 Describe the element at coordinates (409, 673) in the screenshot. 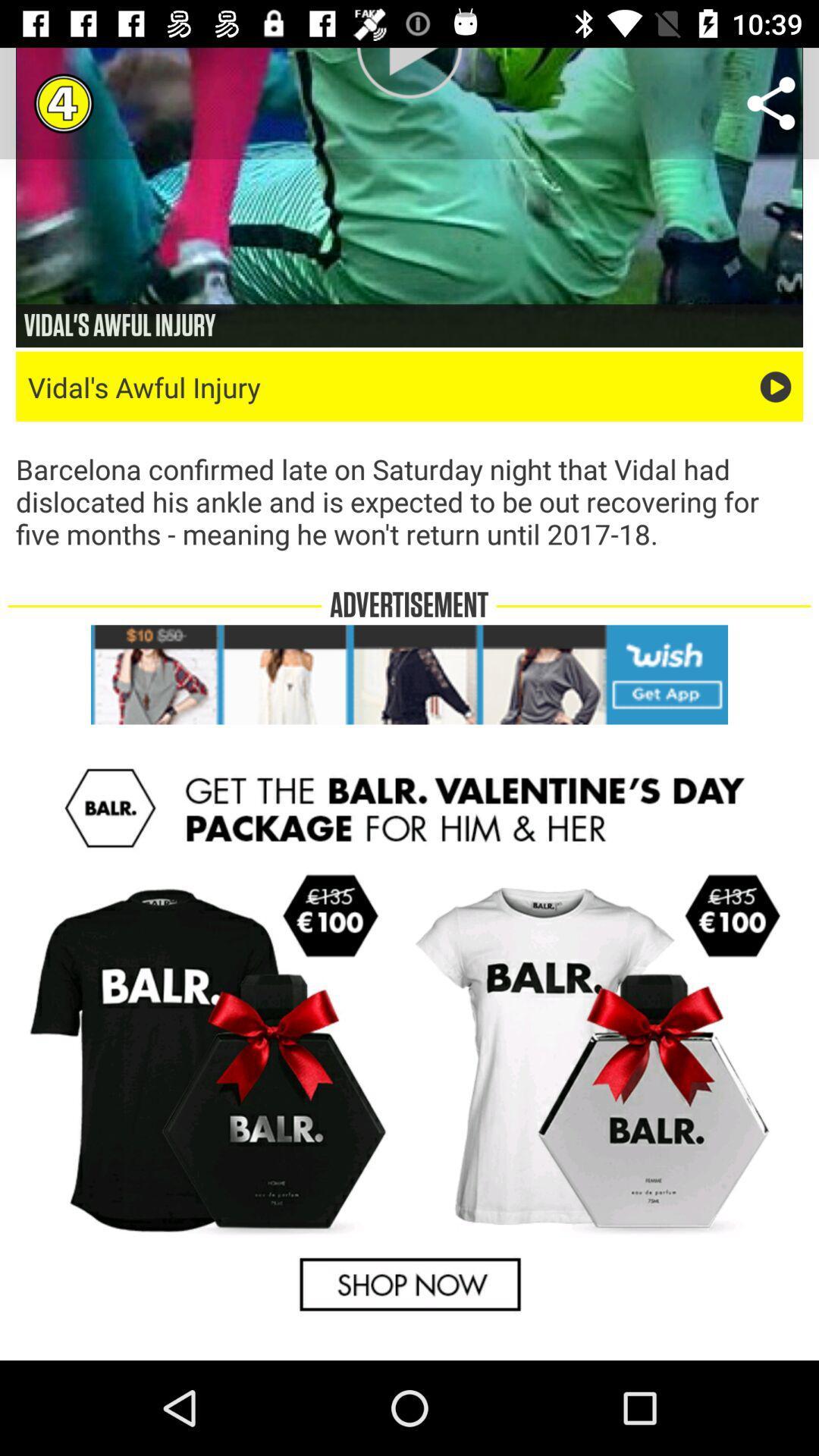

I see `advatisment` at that location.